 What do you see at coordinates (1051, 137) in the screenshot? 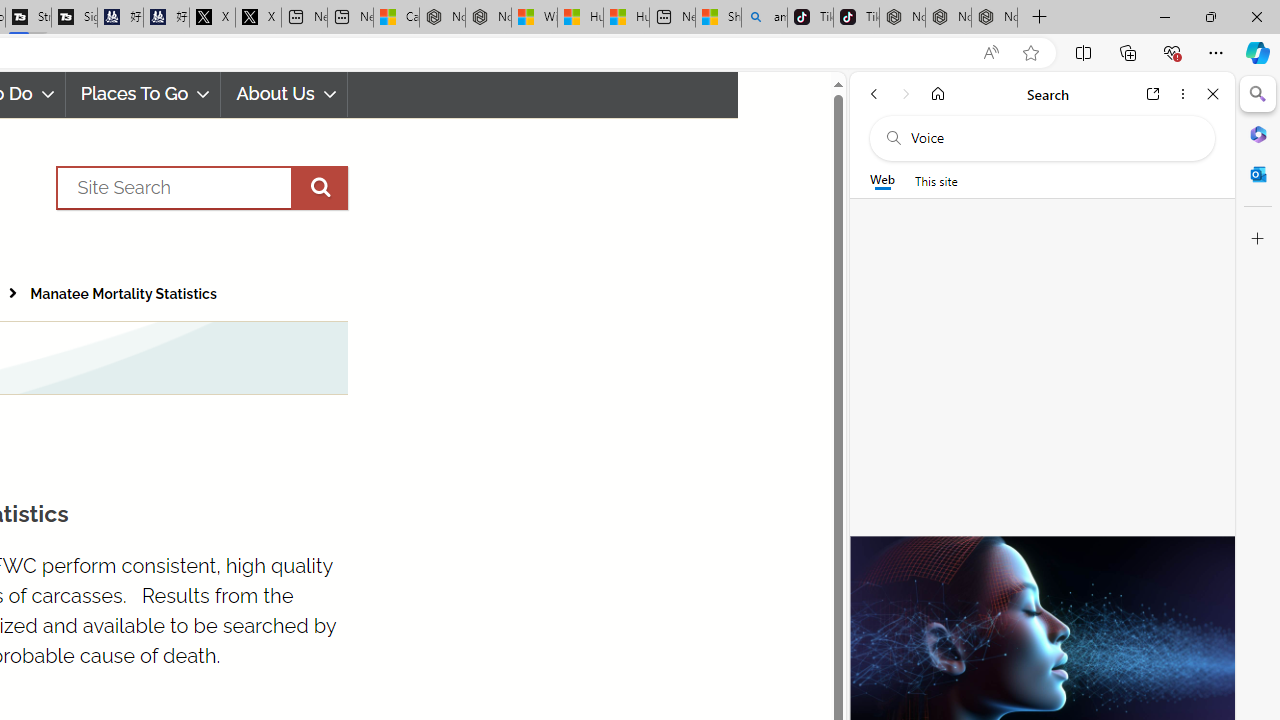
I see `'Search the web'` at bounding box center [1051, 137].